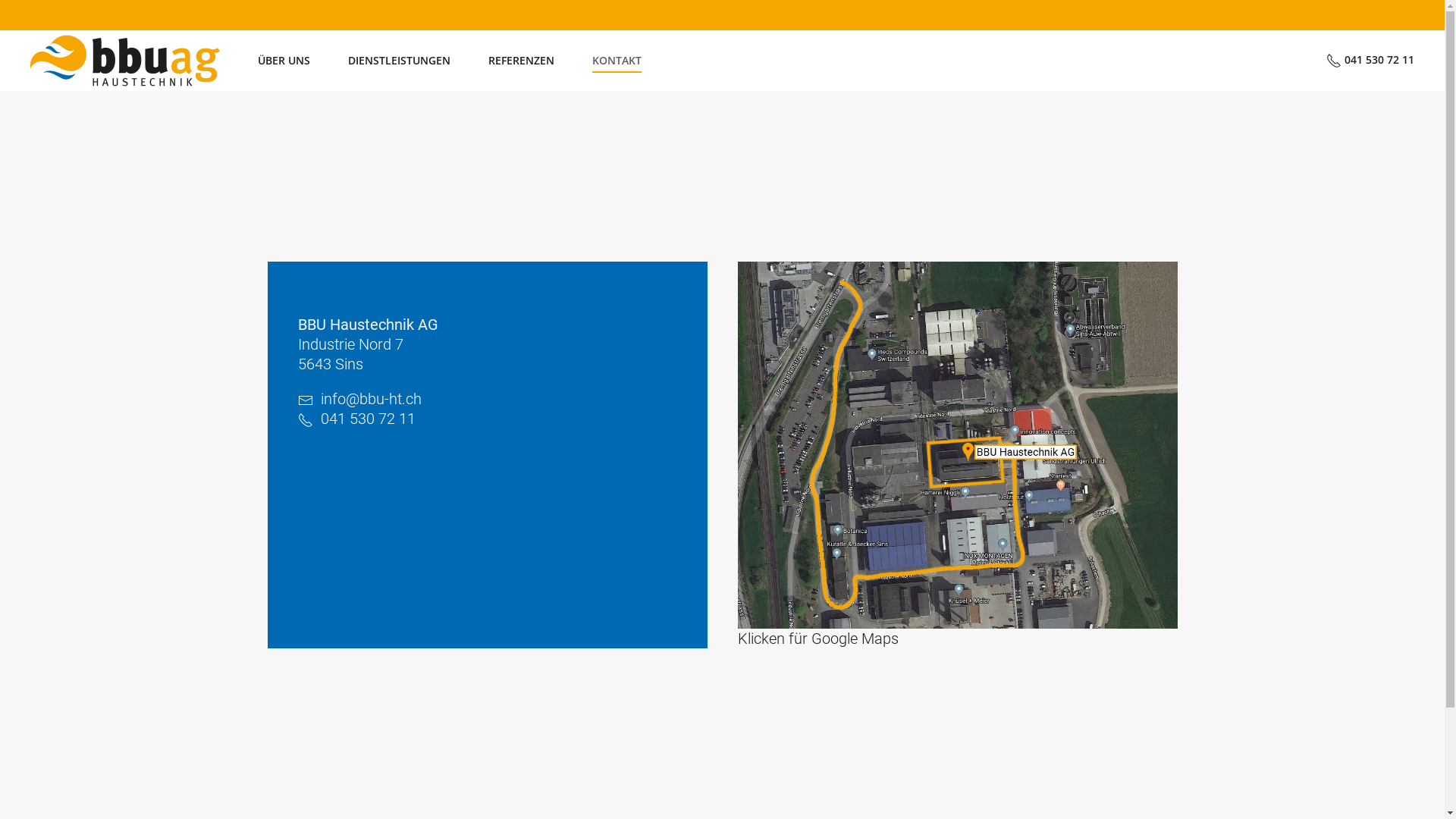 This screenshot has width=1456, height=819. I want to click on 'info@bbu-ht.ch', so click(370, 397).